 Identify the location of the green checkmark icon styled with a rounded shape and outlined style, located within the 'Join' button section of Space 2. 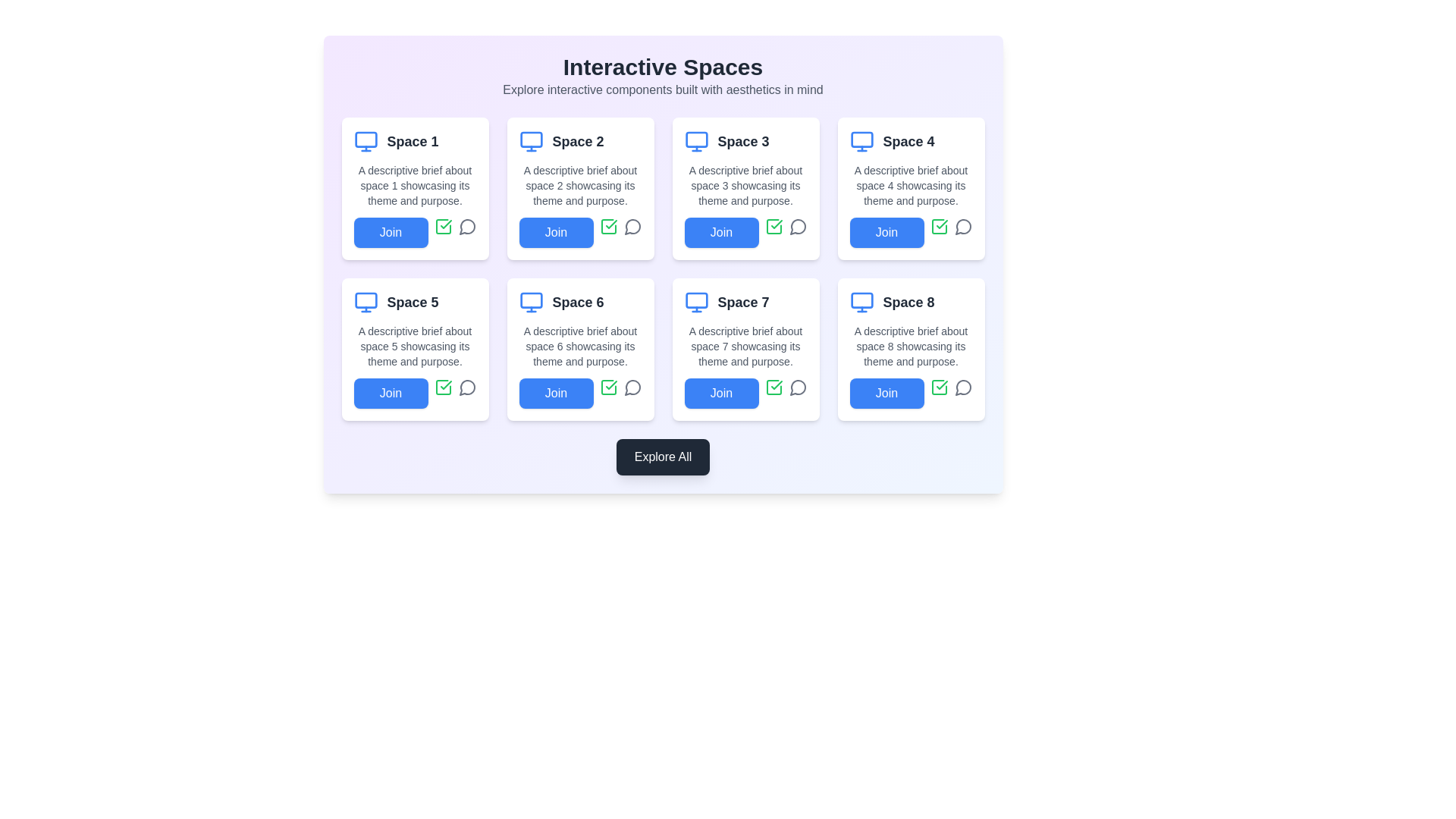
(445, 224).